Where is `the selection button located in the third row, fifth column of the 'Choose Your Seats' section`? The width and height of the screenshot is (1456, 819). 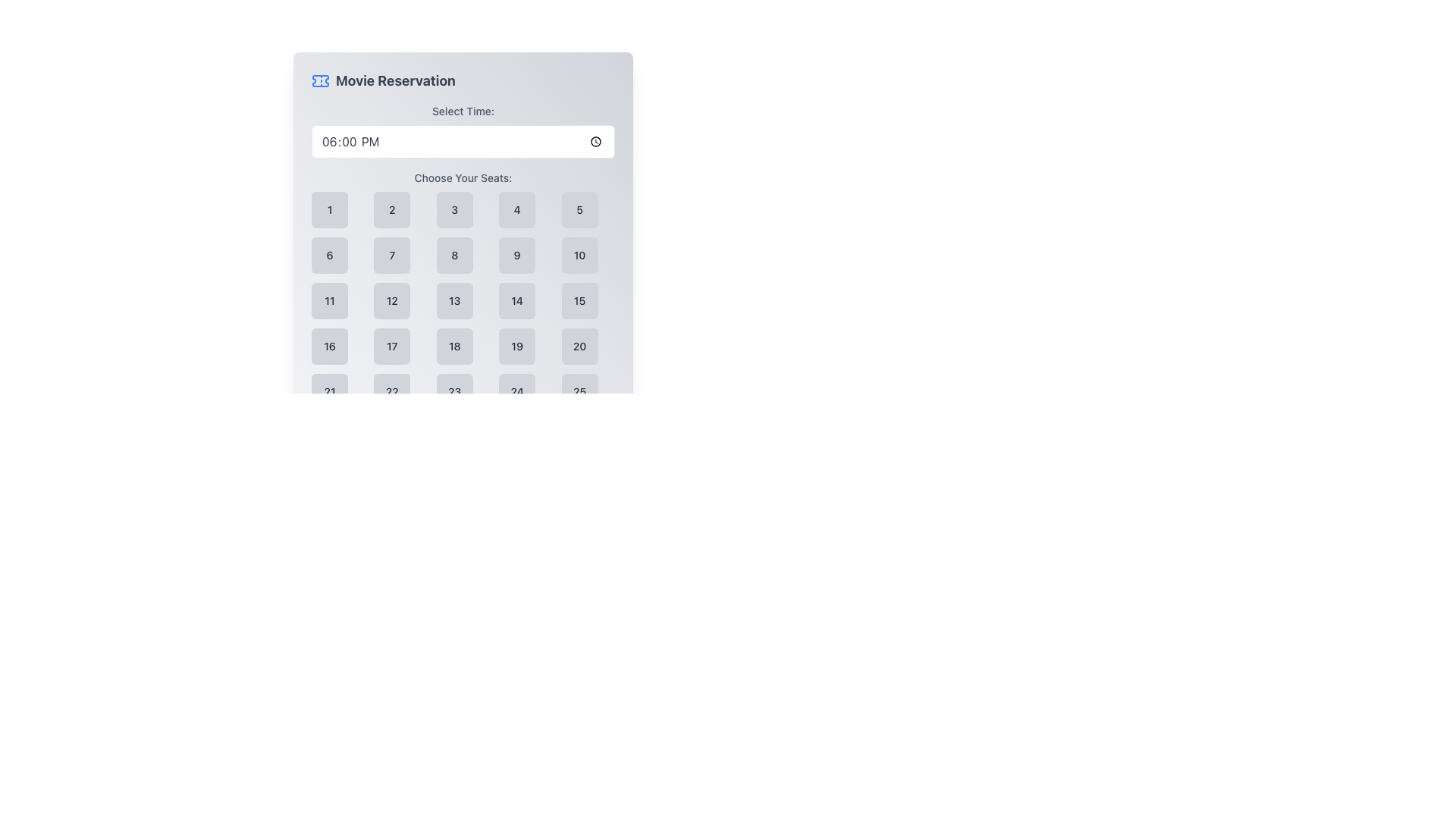
the selection button located in the third row, fifth column of the 'Choose Your Seats' section is located at coordinates (579, 301).